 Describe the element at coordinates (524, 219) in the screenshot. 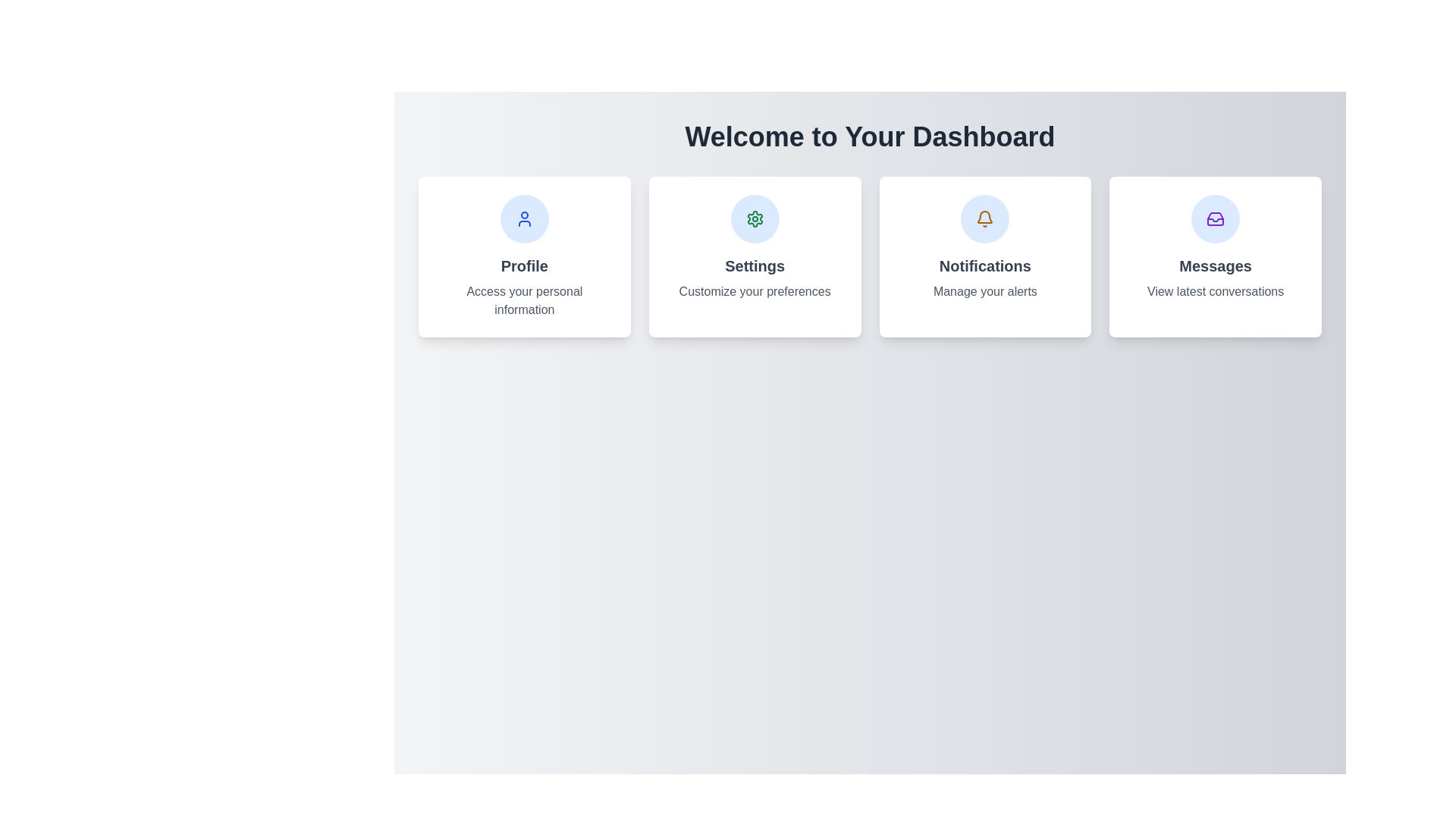

I see `the profile icon located at the center of the first card below the 'Welcome to Your Dashboard' heading to identify the associated feature` at that location.